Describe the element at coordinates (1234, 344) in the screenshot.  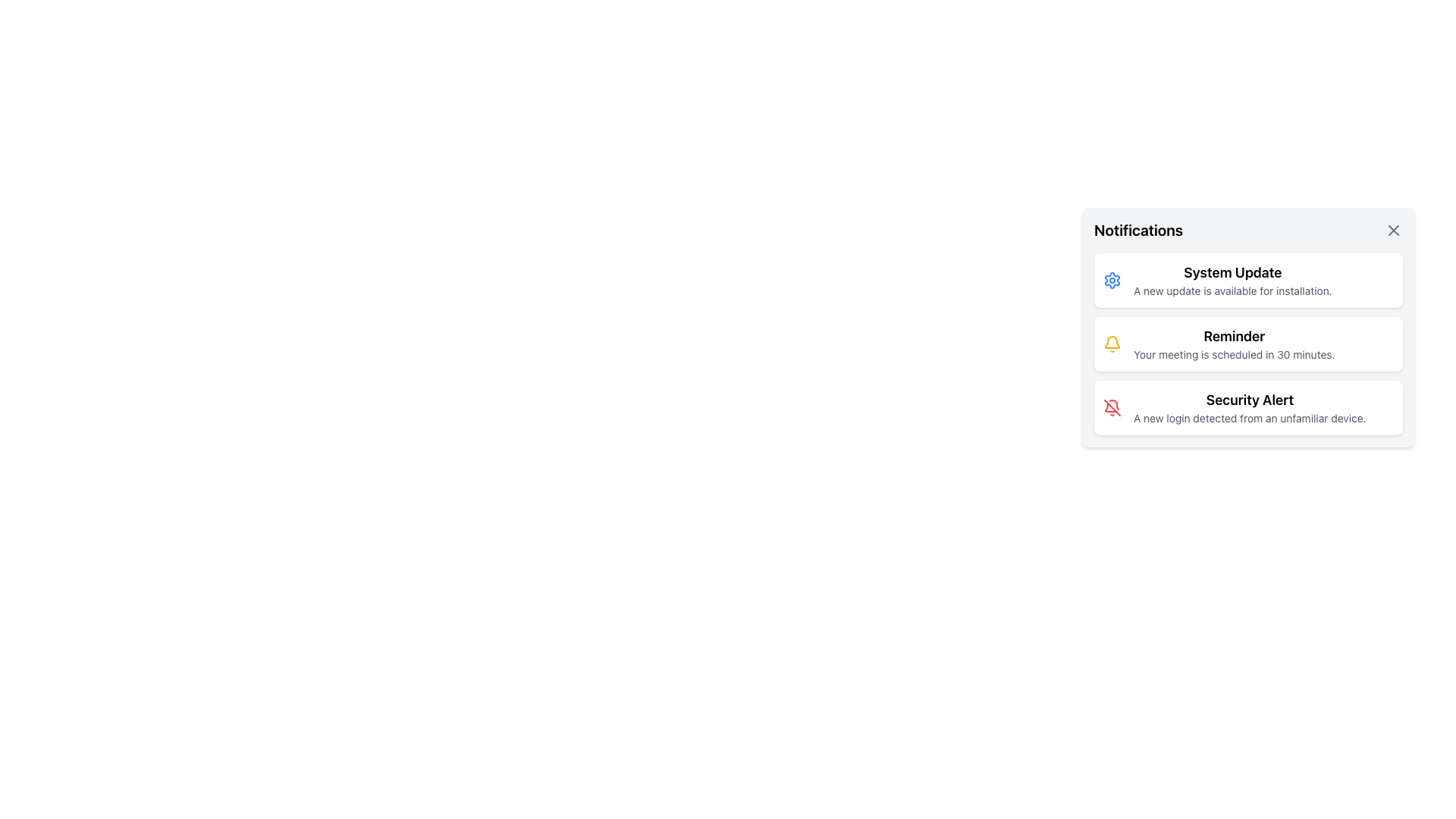
I see `the Notification Item displaying the message 'Your meeting is scheduled in 30 minutes' with a bold header 'Reminder'` at that location.